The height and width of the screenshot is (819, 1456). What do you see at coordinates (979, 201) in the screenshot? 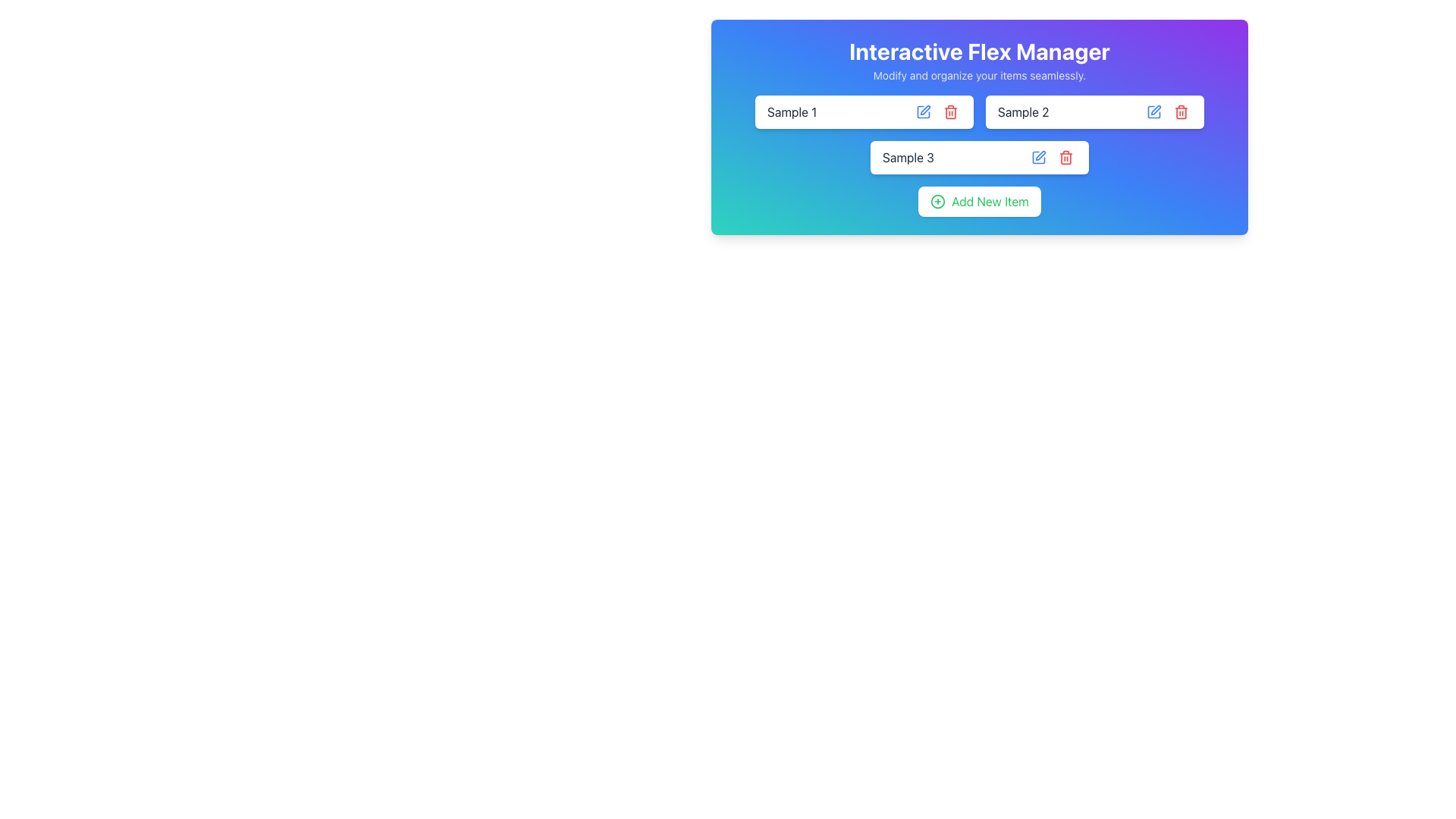
I see `the 'Add New Item' button located at the bottom of the 'Interactive Flex Manager' card, to the left of the center, below the listed items 'Sample 1', 'Sample 2', and 'Sample 3'` at bounding box center [979, 201].